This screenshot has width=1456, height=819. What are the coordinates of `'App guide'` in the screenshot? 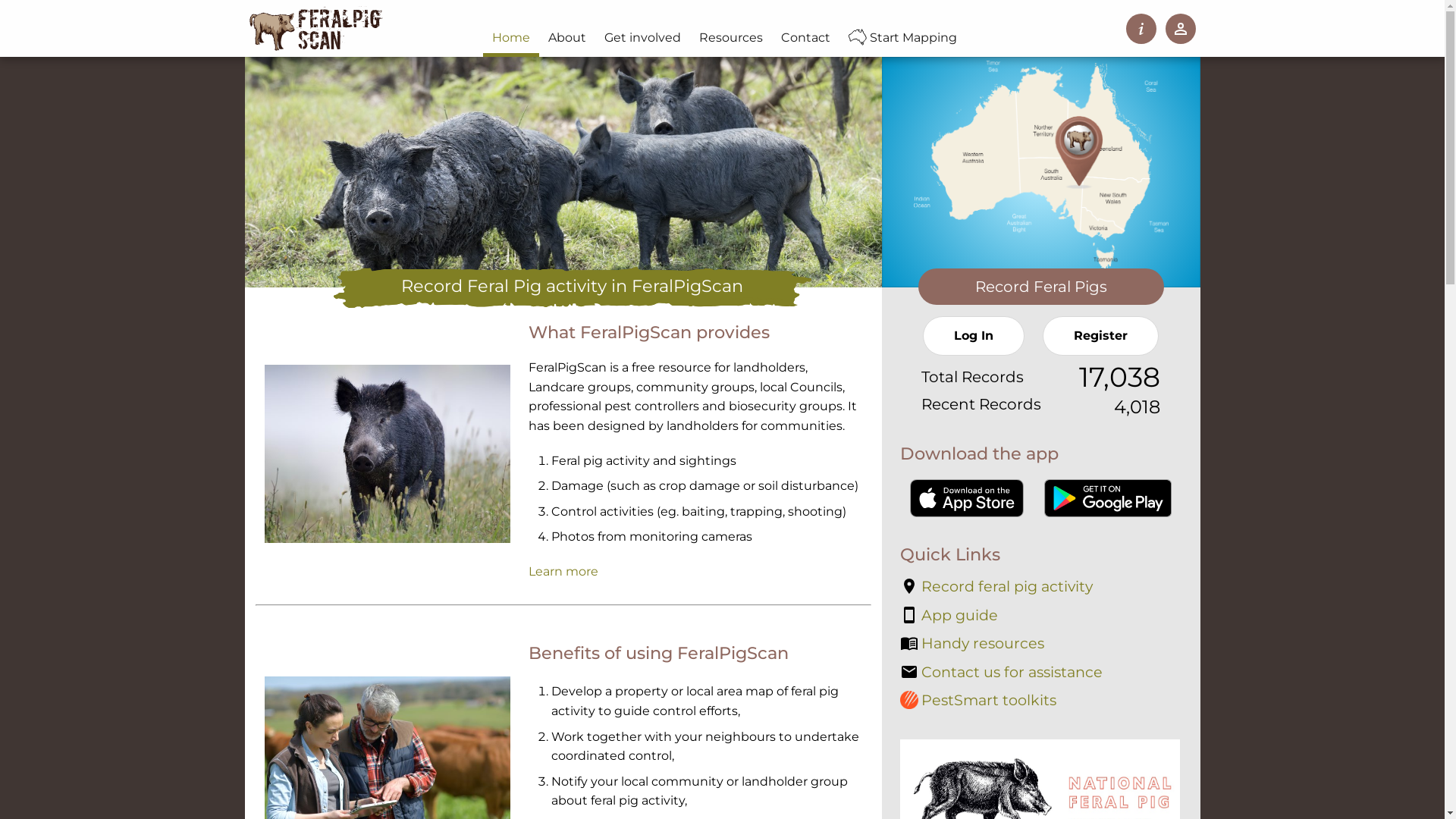 It's located at (947, 616).